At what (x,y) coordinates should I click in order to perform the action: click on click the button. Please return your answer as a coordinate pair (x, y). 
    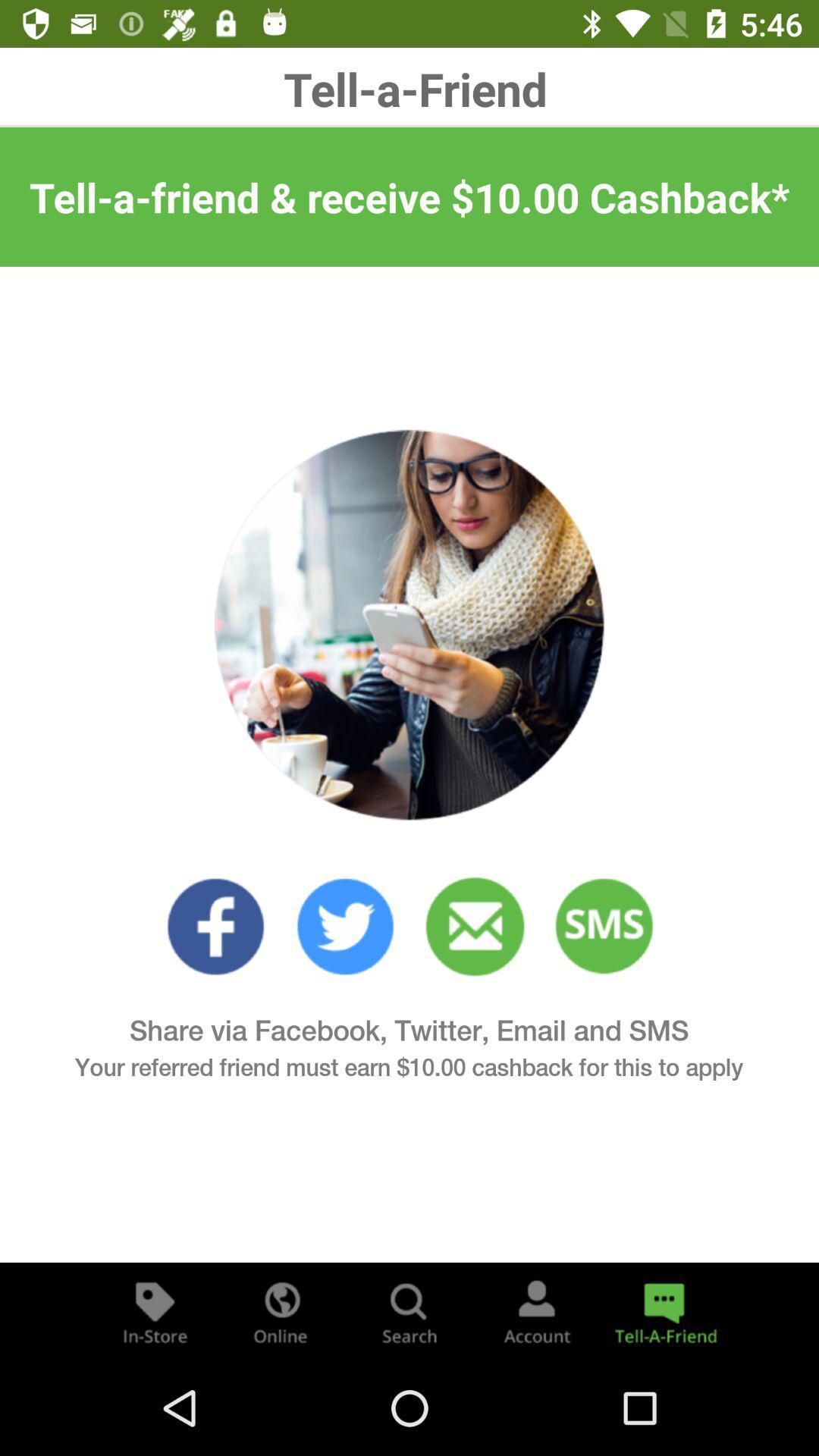
    Looking at the image, I should click on (155, 1310).